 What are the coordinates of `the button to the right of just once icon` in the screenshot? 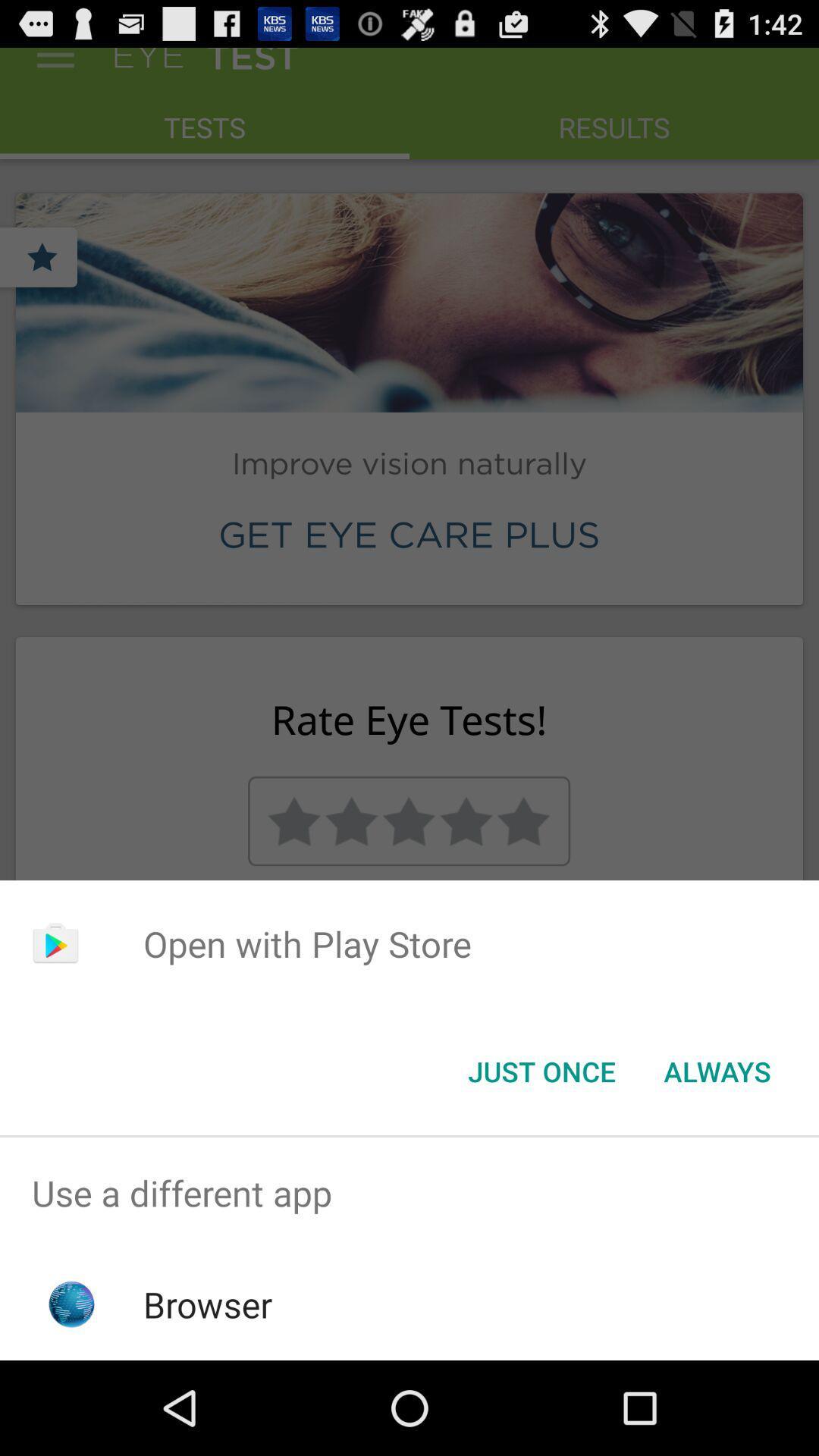 It's located at (717, 1070).